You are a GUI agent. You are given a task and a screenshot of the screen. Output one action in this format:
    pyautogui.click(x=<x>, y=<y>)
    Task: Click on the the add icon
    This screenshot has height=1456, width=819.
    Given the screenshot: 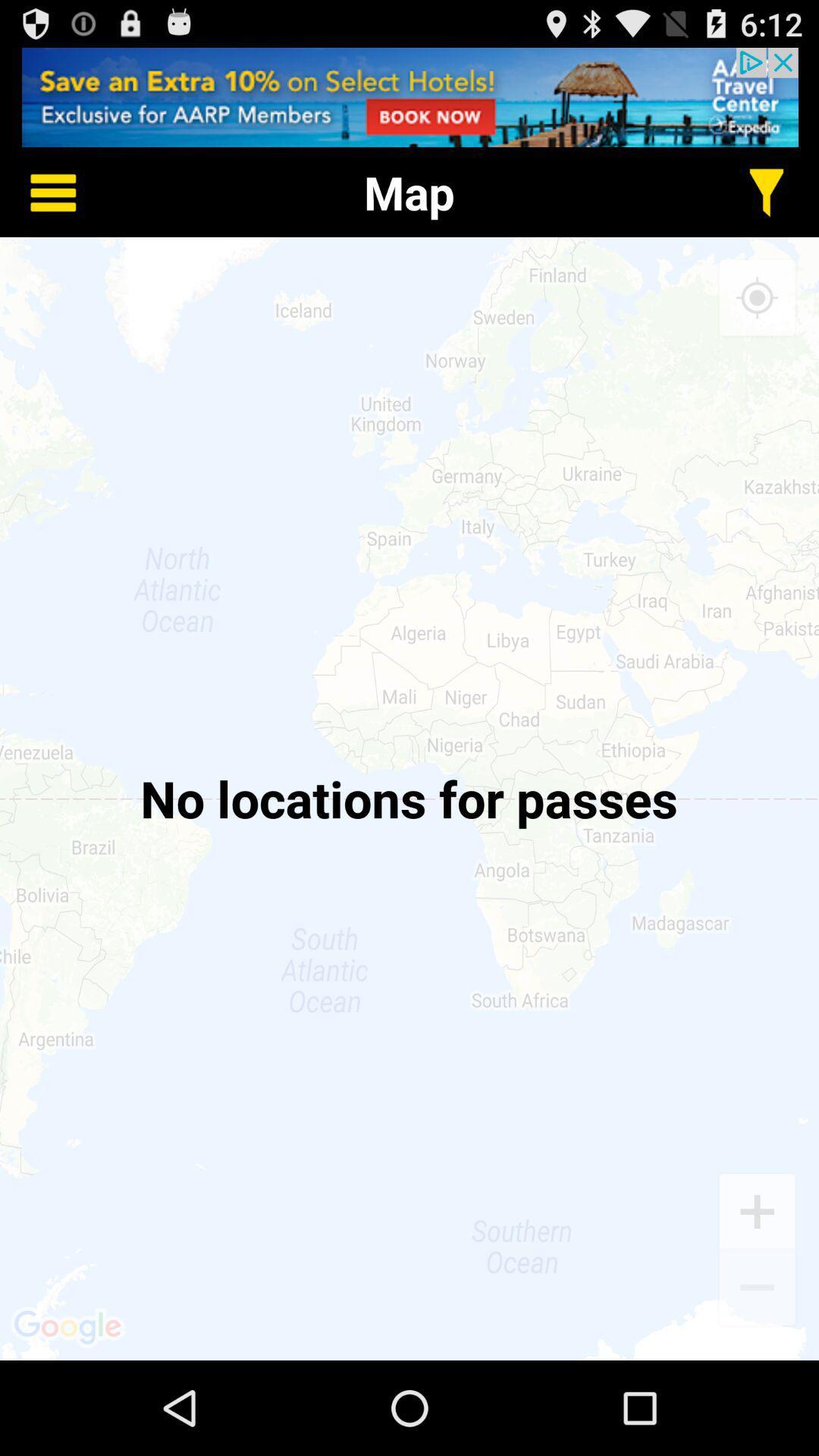 What is the action you would take?
    pyautogui.click(x=757, y=1294)
    